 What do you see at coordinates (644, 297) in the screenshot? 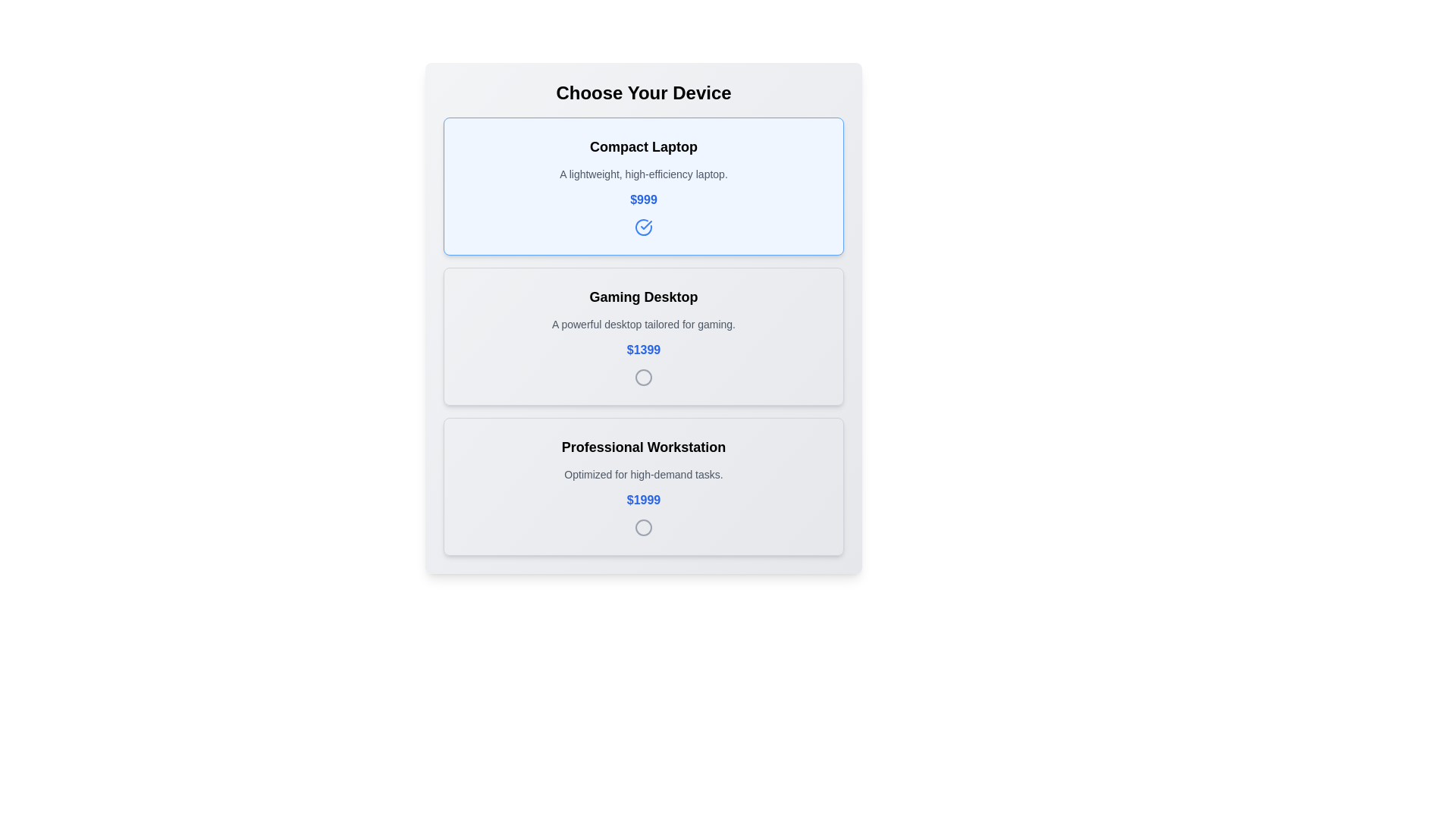
I see `text label identifying the option 'Gaming Desktop' located in the section under 'Choose Your Device'` at bounding box center [644, 297].